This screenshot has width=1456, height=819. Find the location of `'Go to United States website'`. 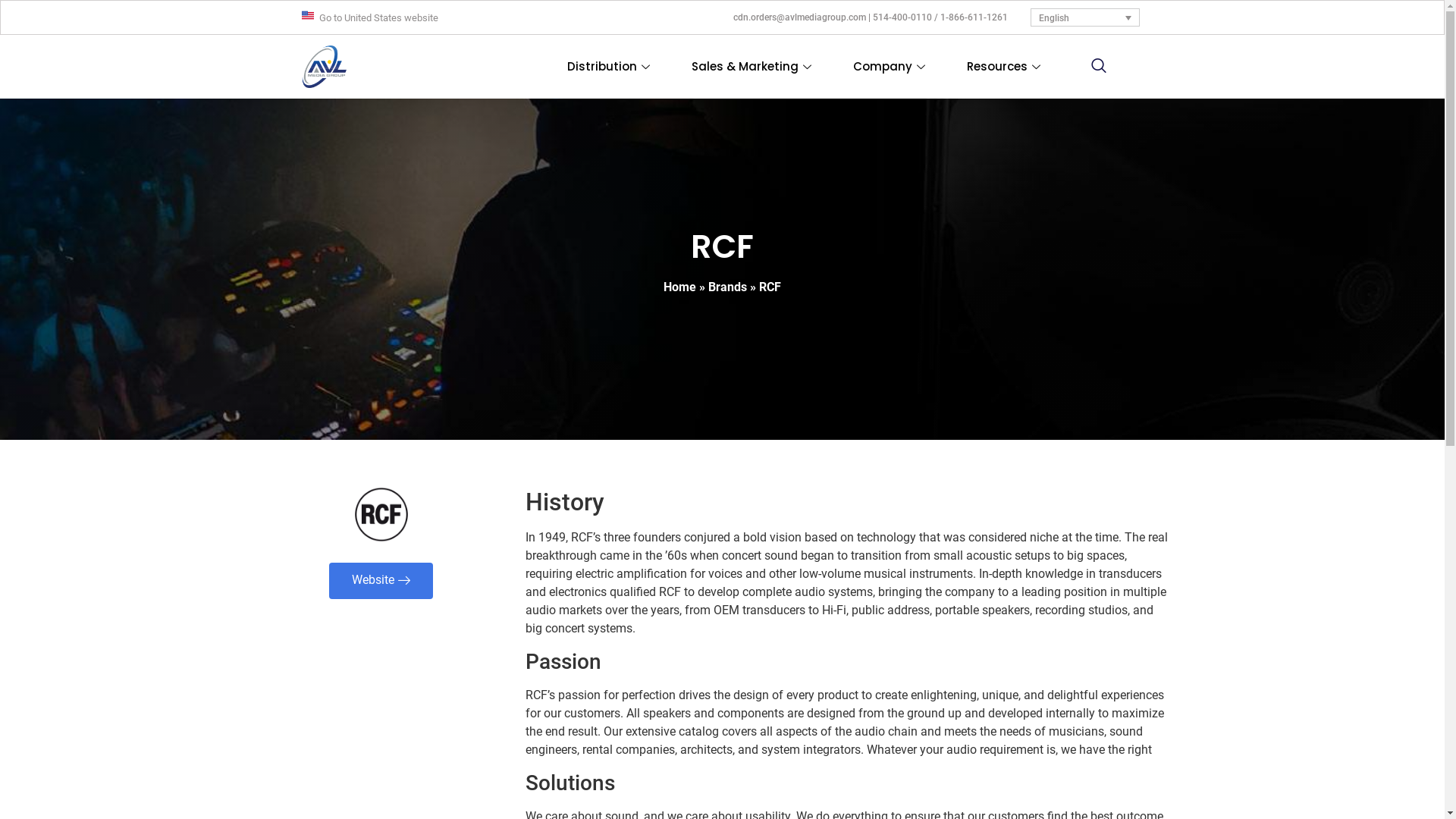

'Go to United States website' is located at coordinates (378, 17).